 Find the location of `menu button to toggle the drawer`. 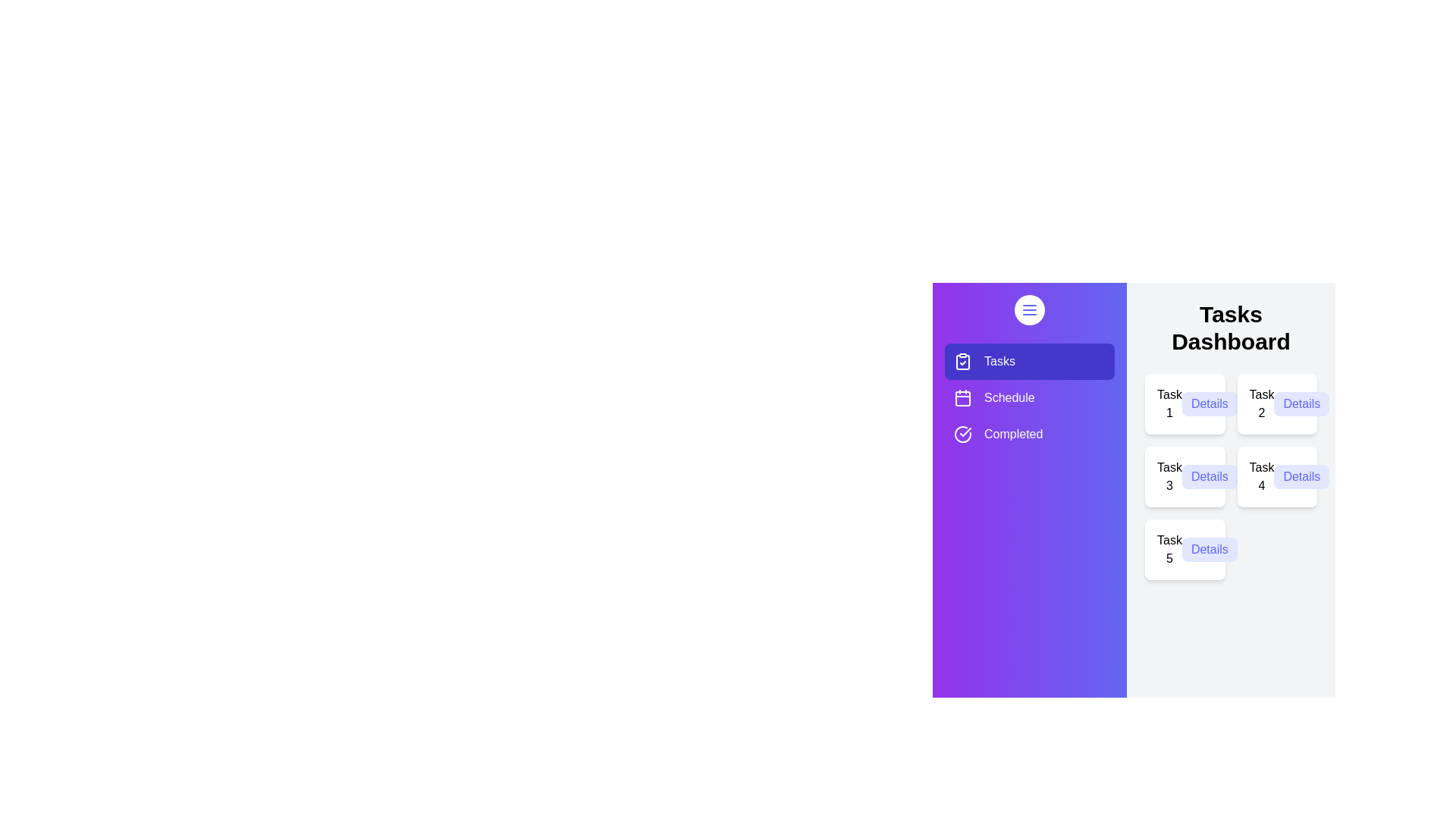

menu button to toggle the drawer is located at coordinates (1030, 309).